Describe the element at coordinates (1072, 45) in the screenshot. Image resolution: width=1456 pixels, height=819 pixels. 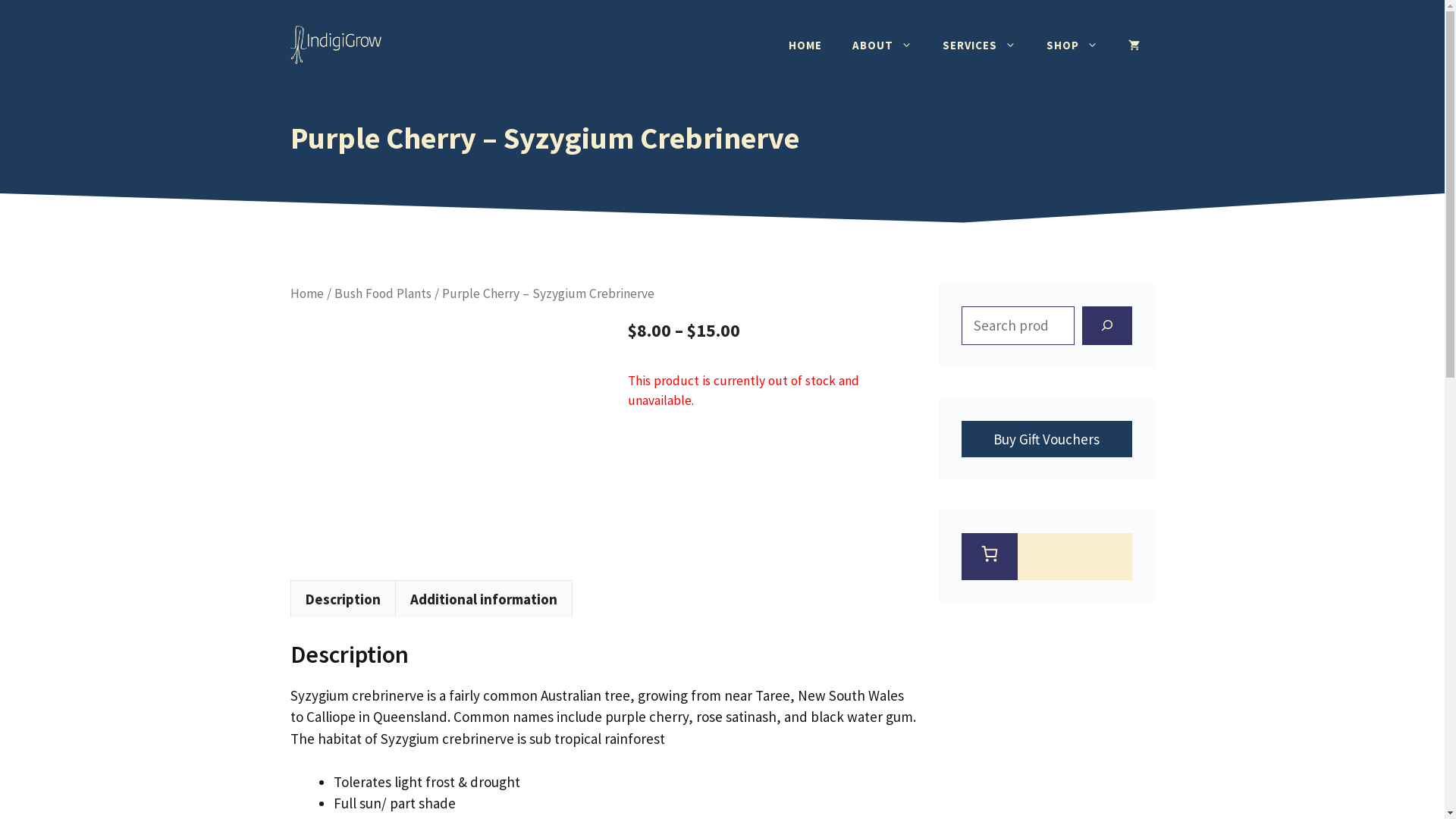
I see `'SHOP'` at that location.